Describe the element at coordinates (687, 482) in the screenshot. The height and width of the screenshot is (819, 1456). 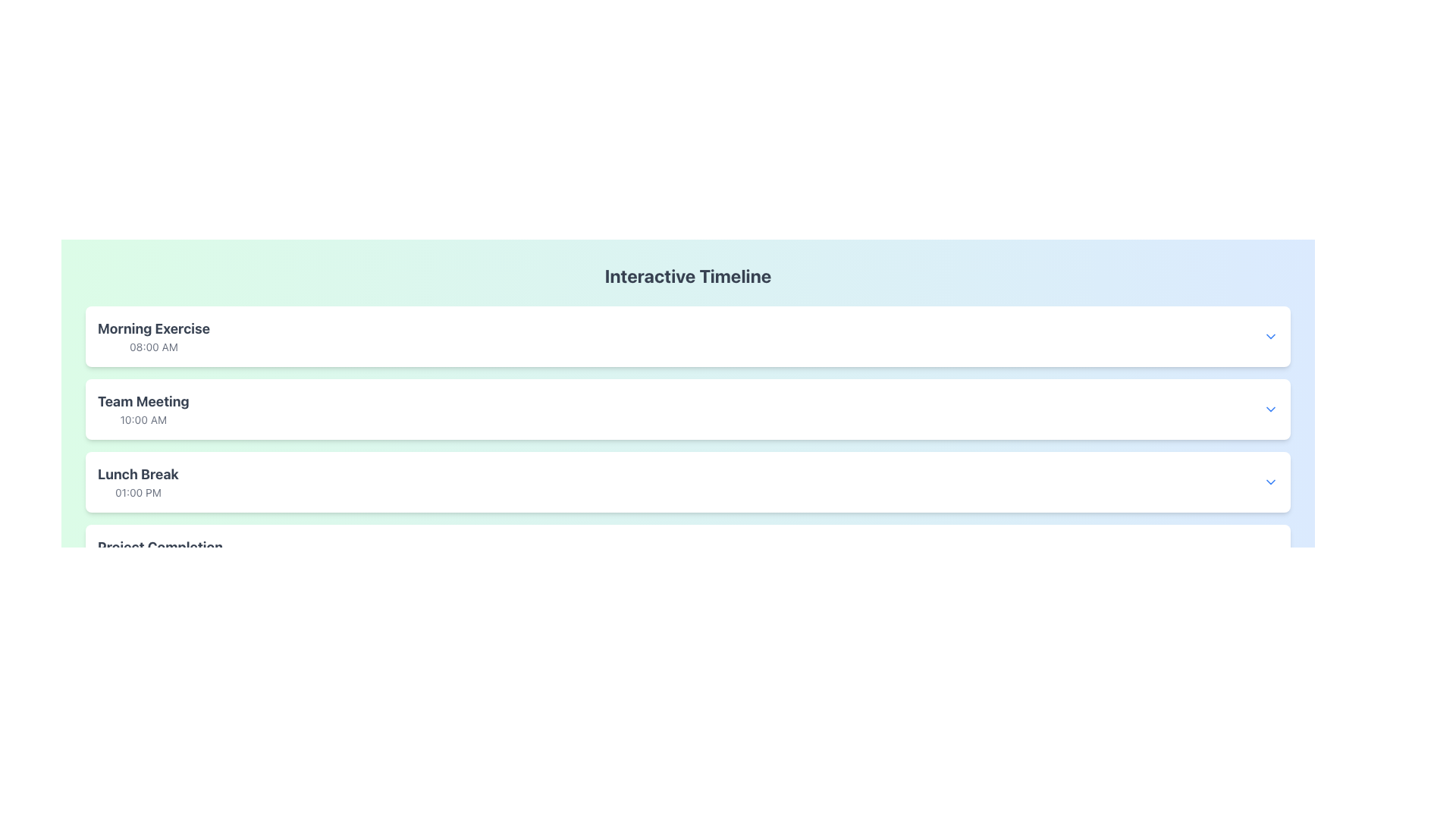
I see `the 'Lunch Break' timeline entry` at that location.